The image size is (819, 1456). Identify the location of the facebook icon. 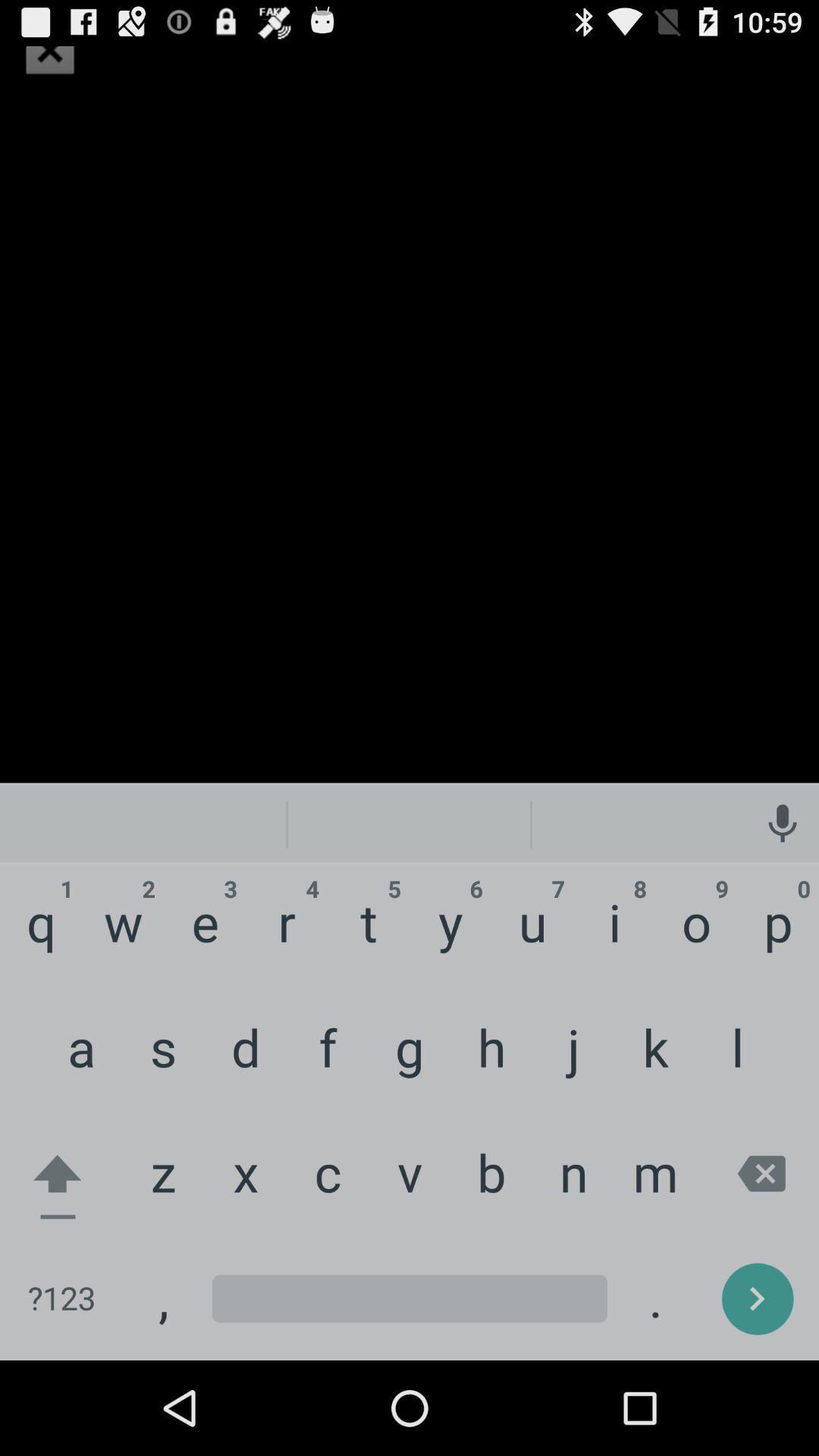
(49, 53).